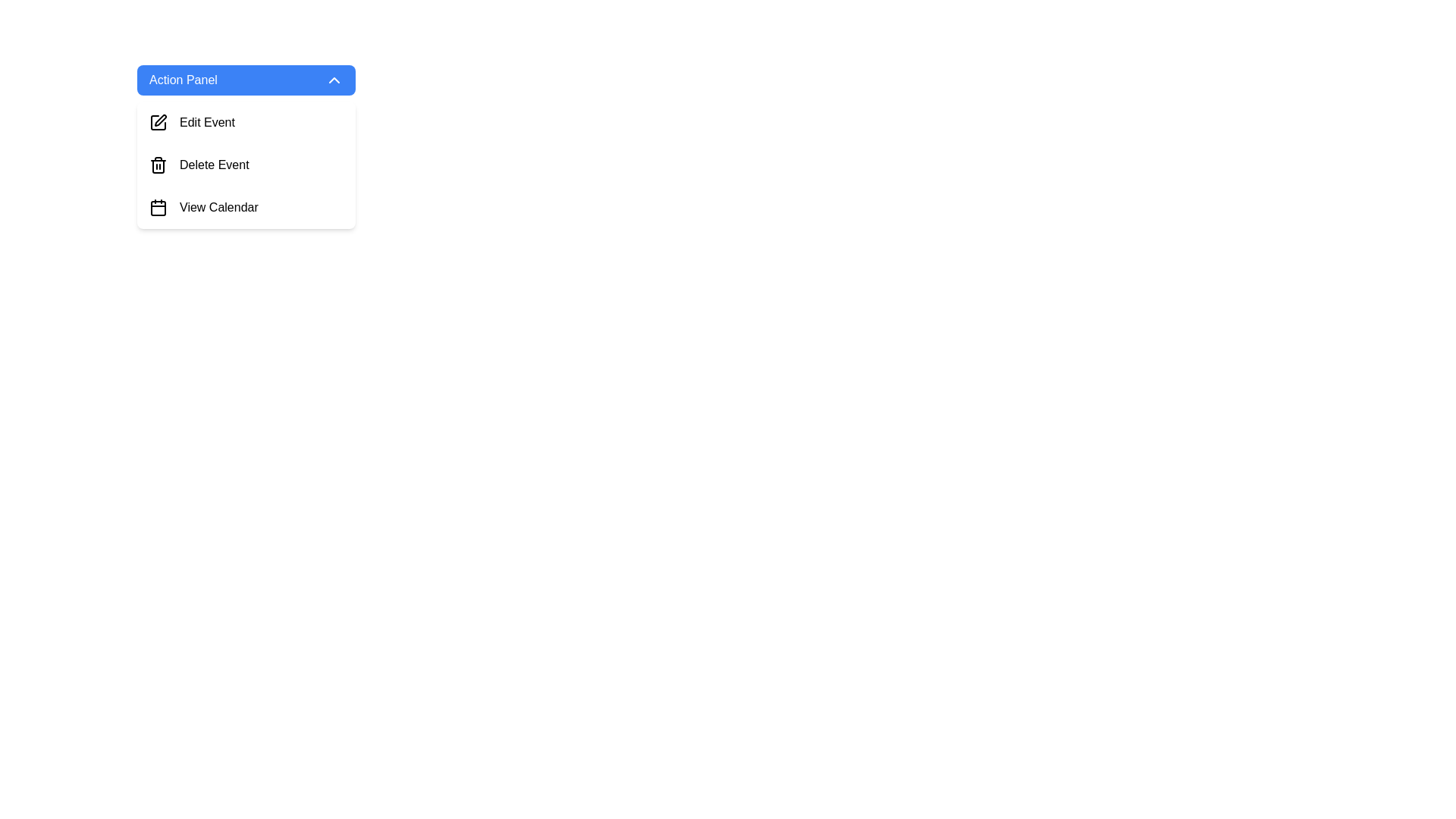 The image size is (1456, 819). What do you see at coordinates (158, 122) in the screenshot?
I see `the 'Edit Event' icon located in the 'Action Panel' dropdown, which is the first icon adjacent to the text 'Edit Event'` at bounding box center [158, 122].